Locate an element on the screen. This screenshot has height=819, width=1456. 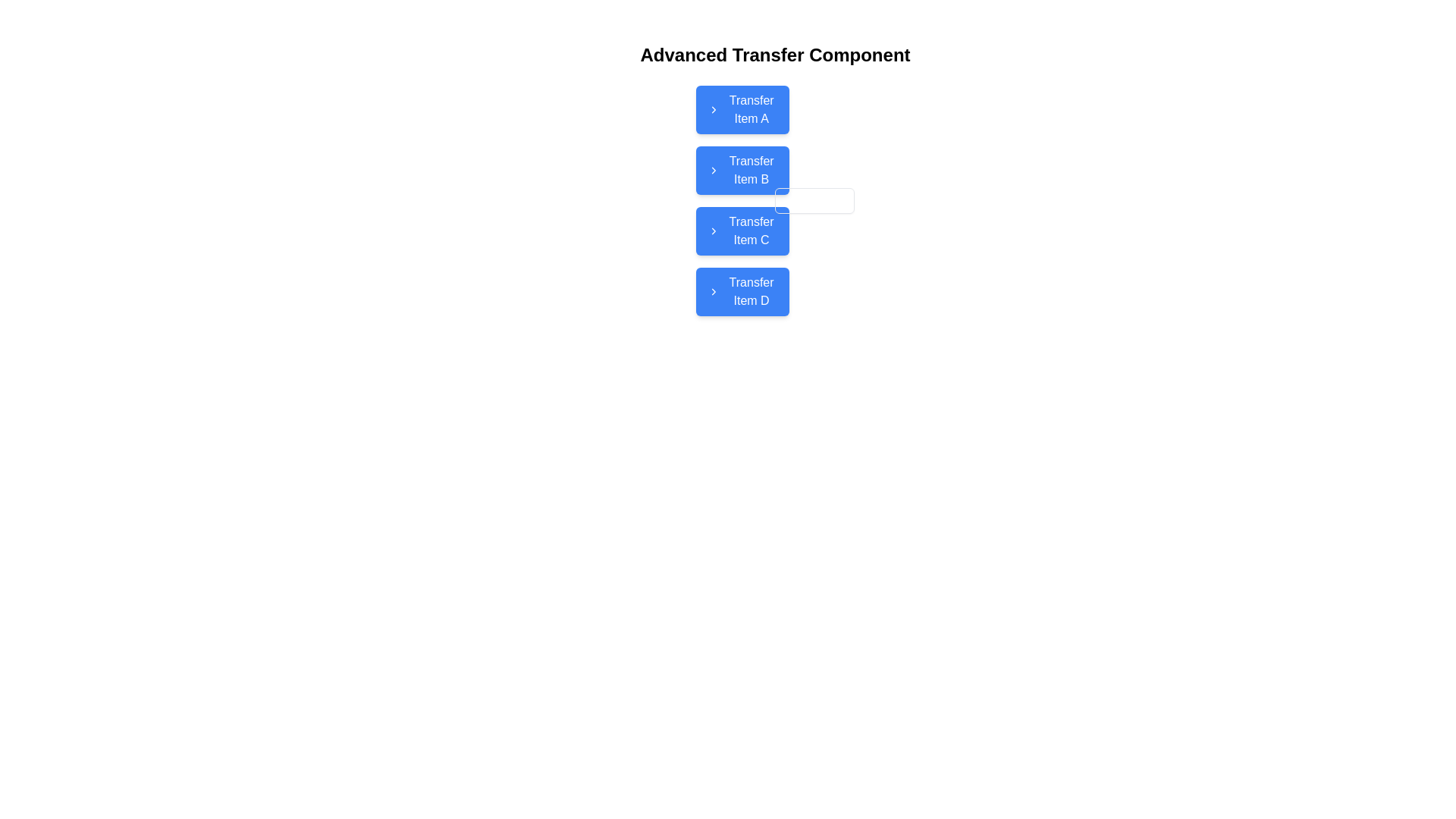
the button labeled 'Item B' is located at coordinates (742, 170).